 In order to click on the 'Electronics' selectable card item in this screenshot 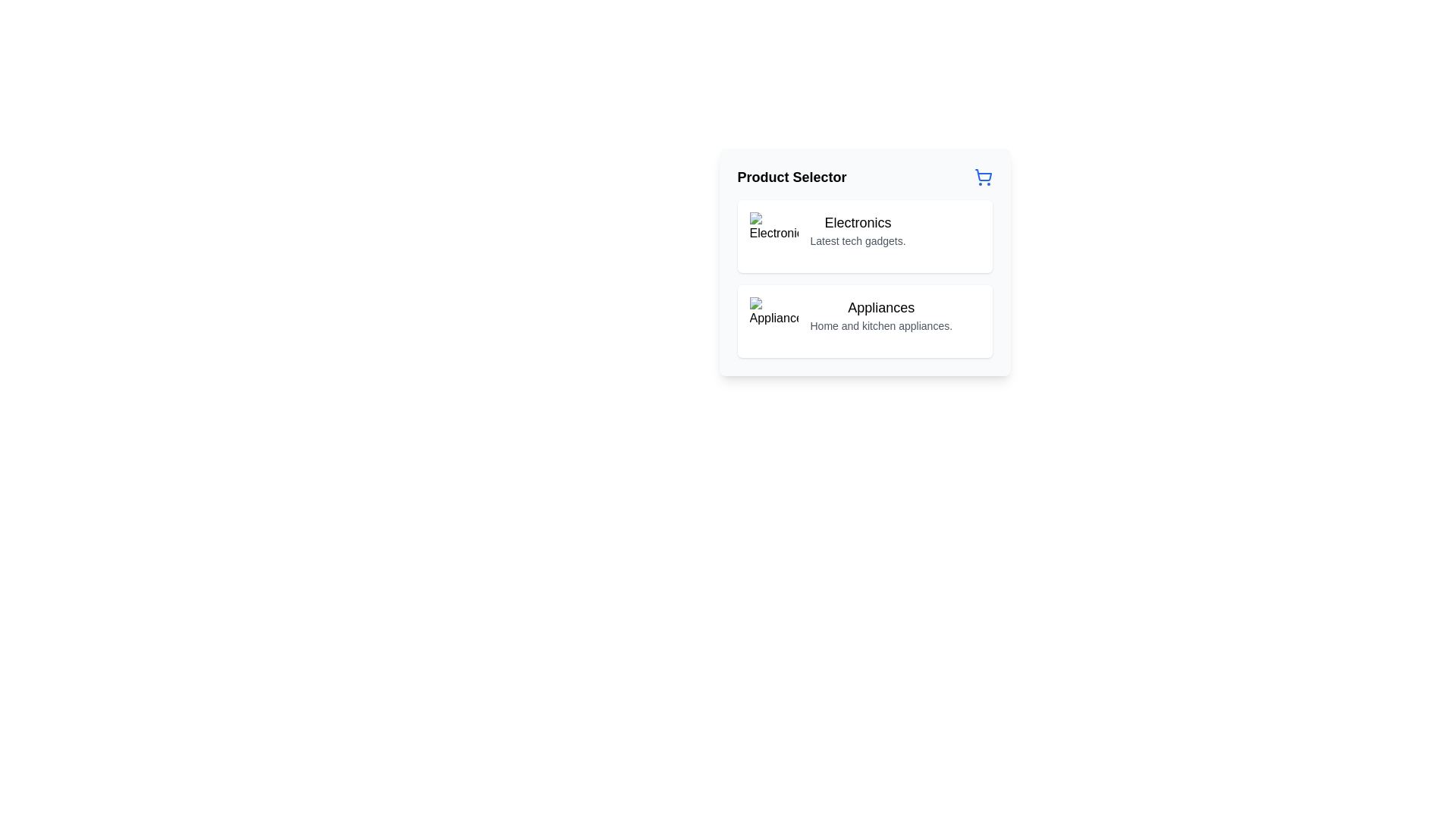, I will do `click(864, 237)`.